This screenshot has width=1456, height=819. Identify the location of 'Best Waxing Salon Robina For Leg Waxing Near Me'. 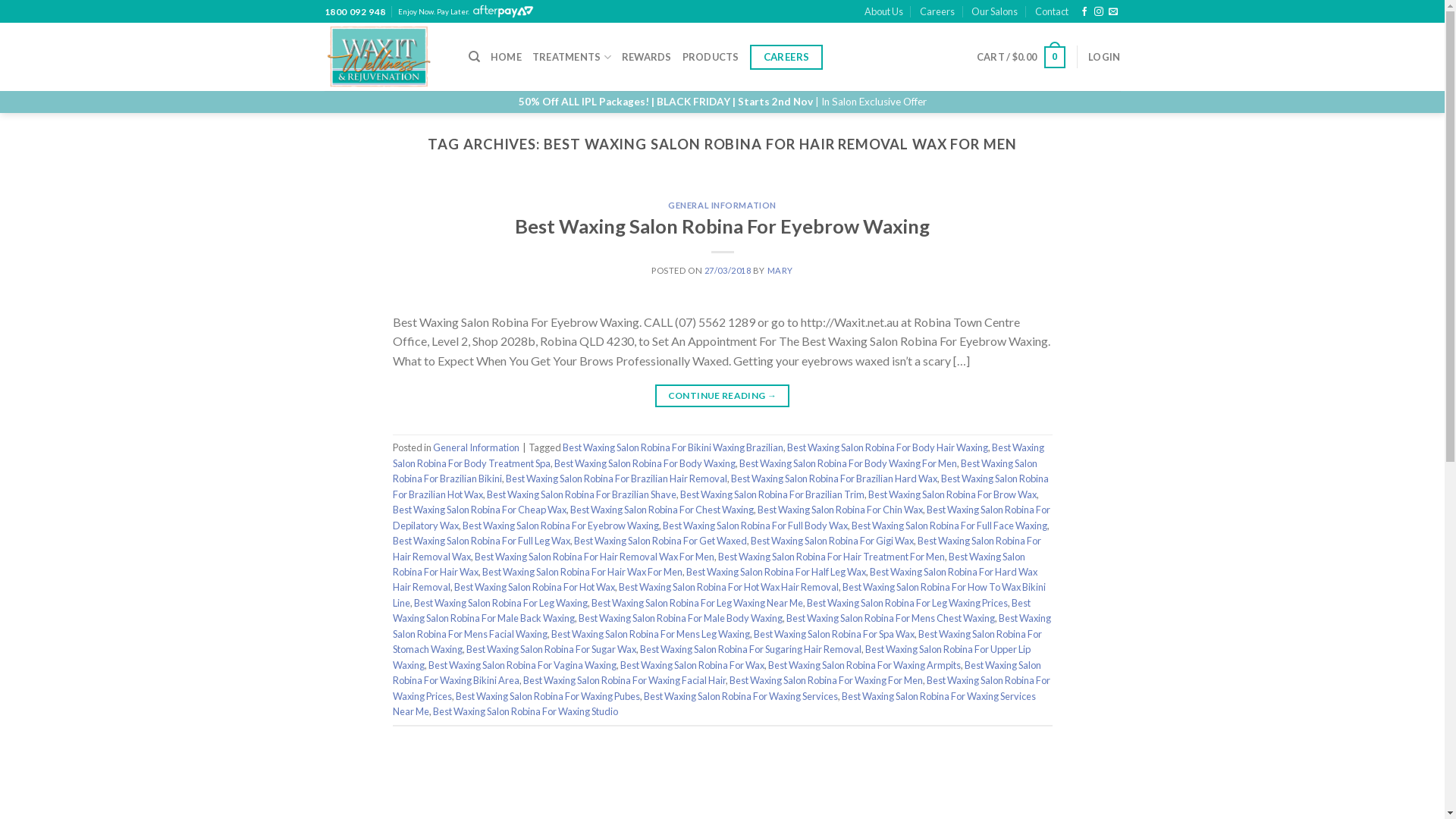
(590, 601).